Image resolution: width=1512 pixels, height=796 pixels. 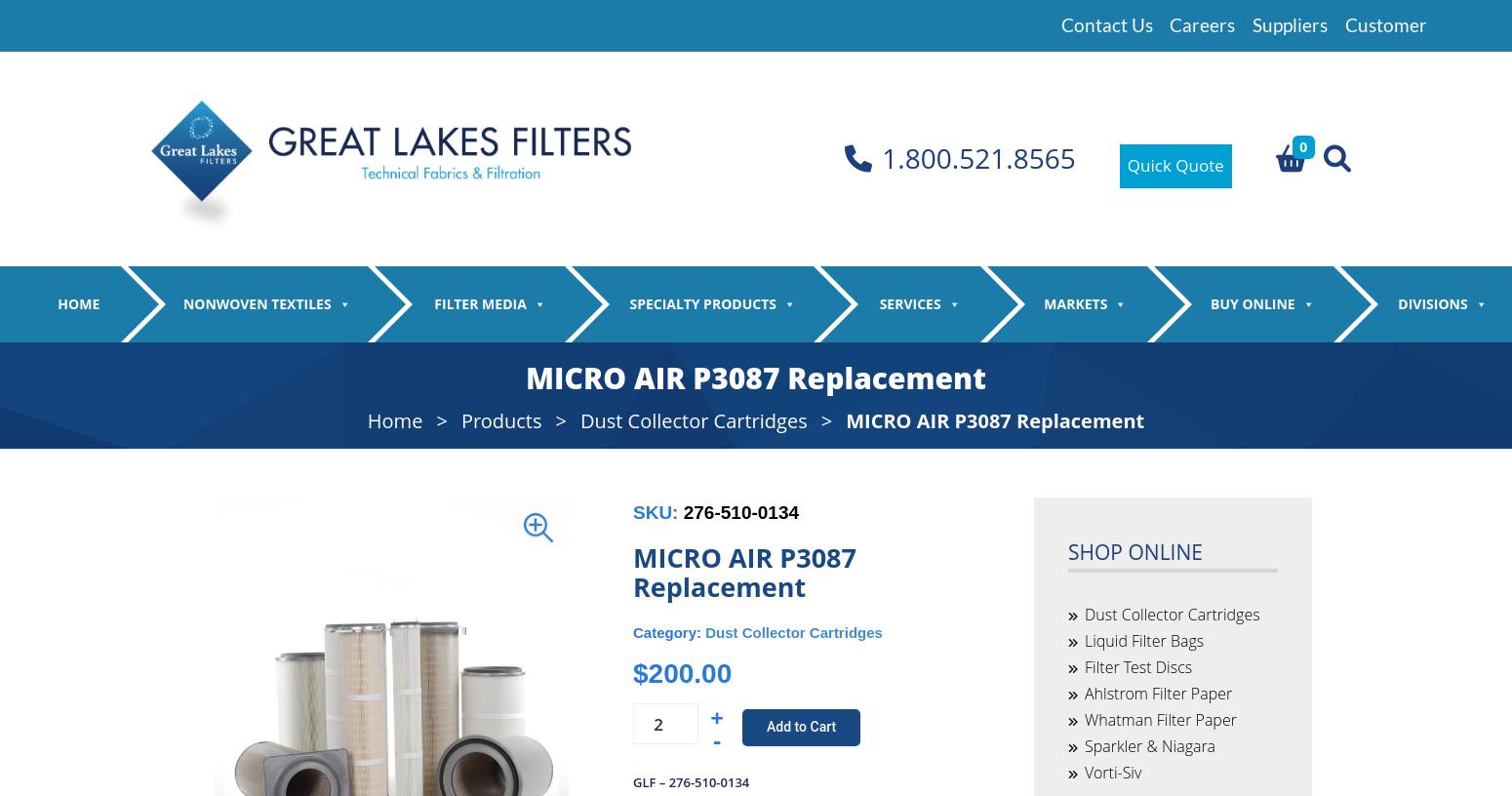 What do you see at coordinates (200, 401) in the screenshot?
I see `'Needlepunch Fabrics'` at bounding box center [200, 401].